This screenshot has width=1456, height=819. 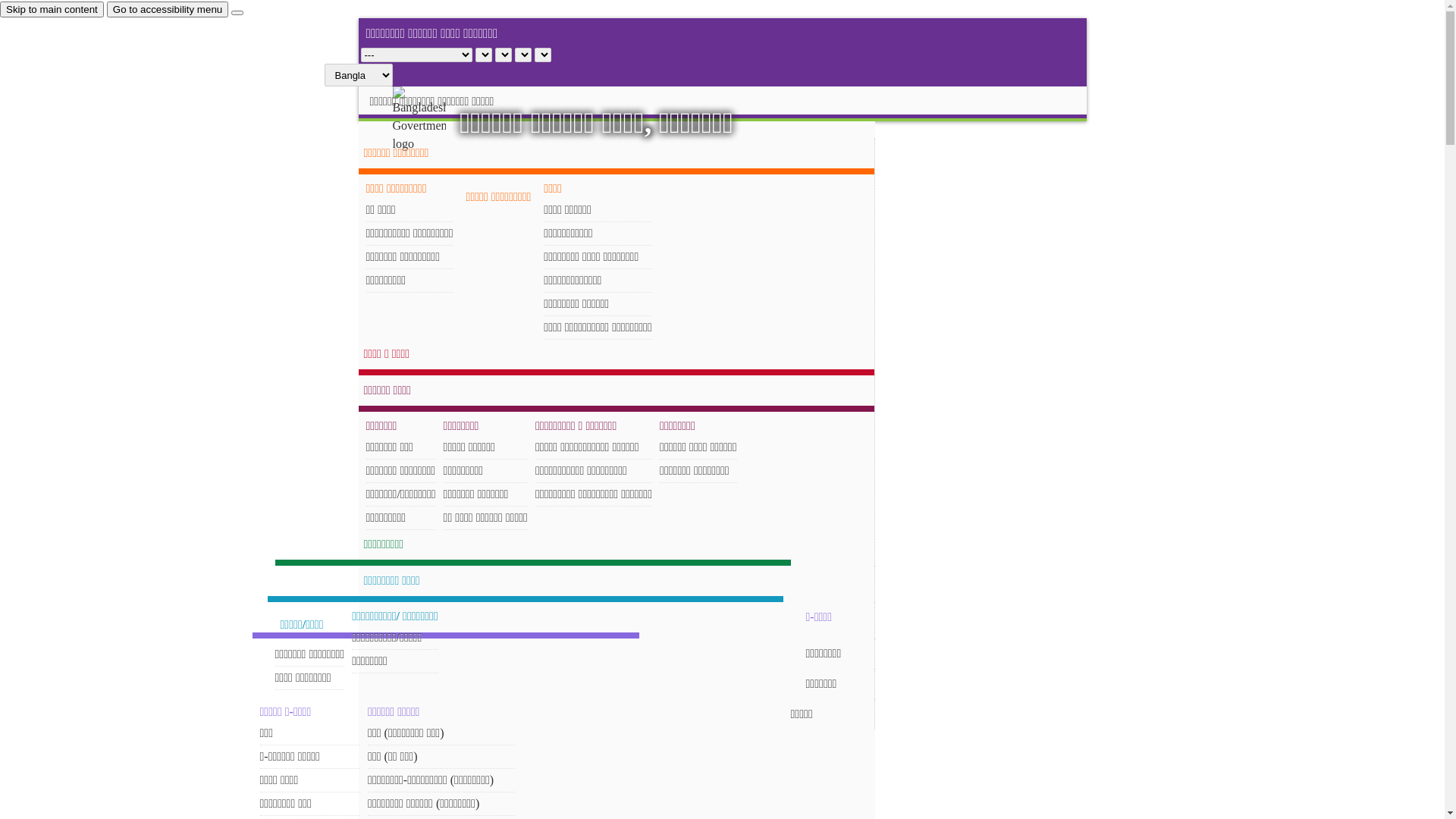 What do you see at coordinates (236, 12) in the screenshot?
I see `'close'` at bounding box center [236, 12].